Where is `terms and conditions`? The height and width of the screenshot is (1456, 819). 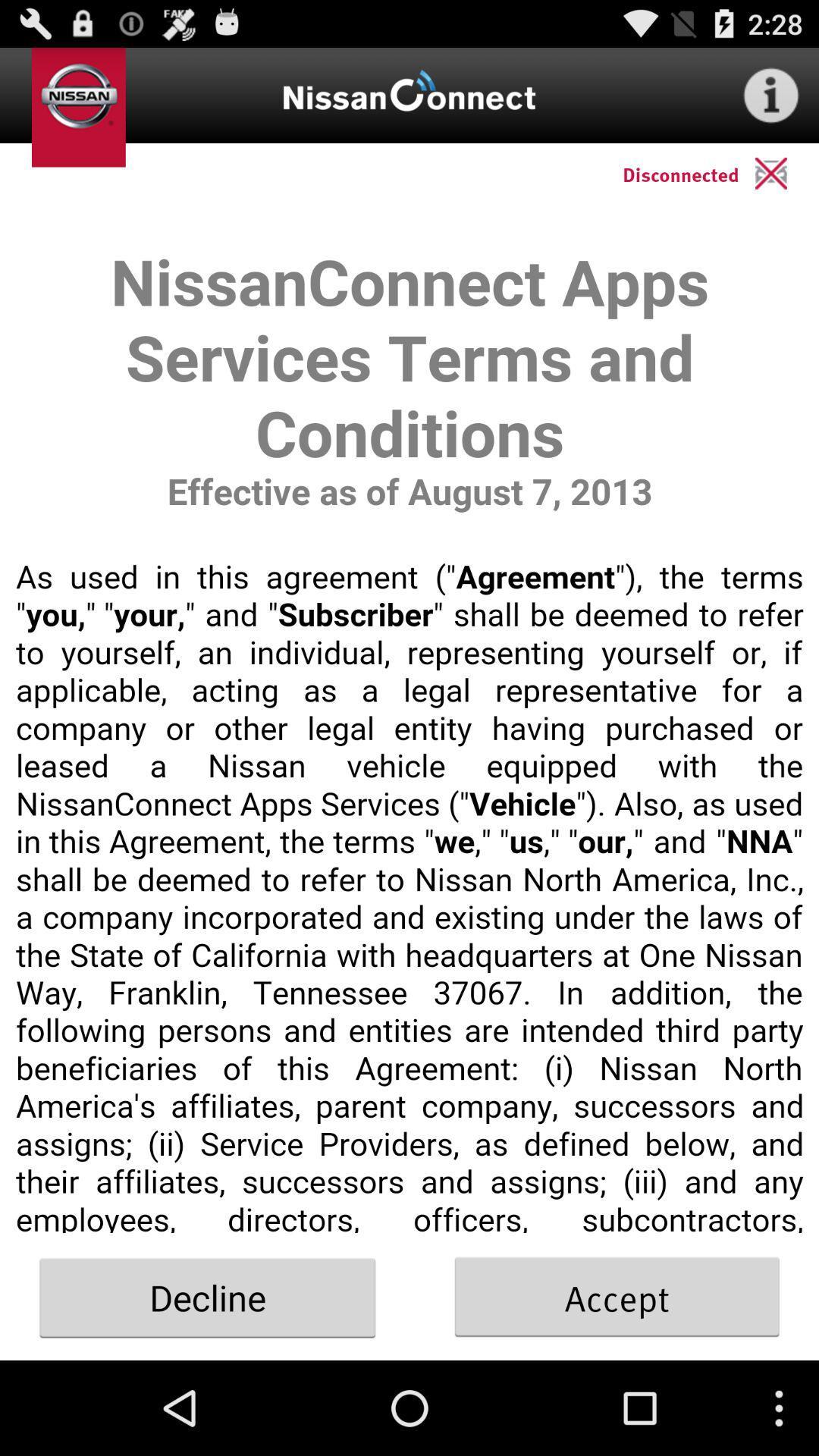
terms and conditions is located at coordinates (409, 717).